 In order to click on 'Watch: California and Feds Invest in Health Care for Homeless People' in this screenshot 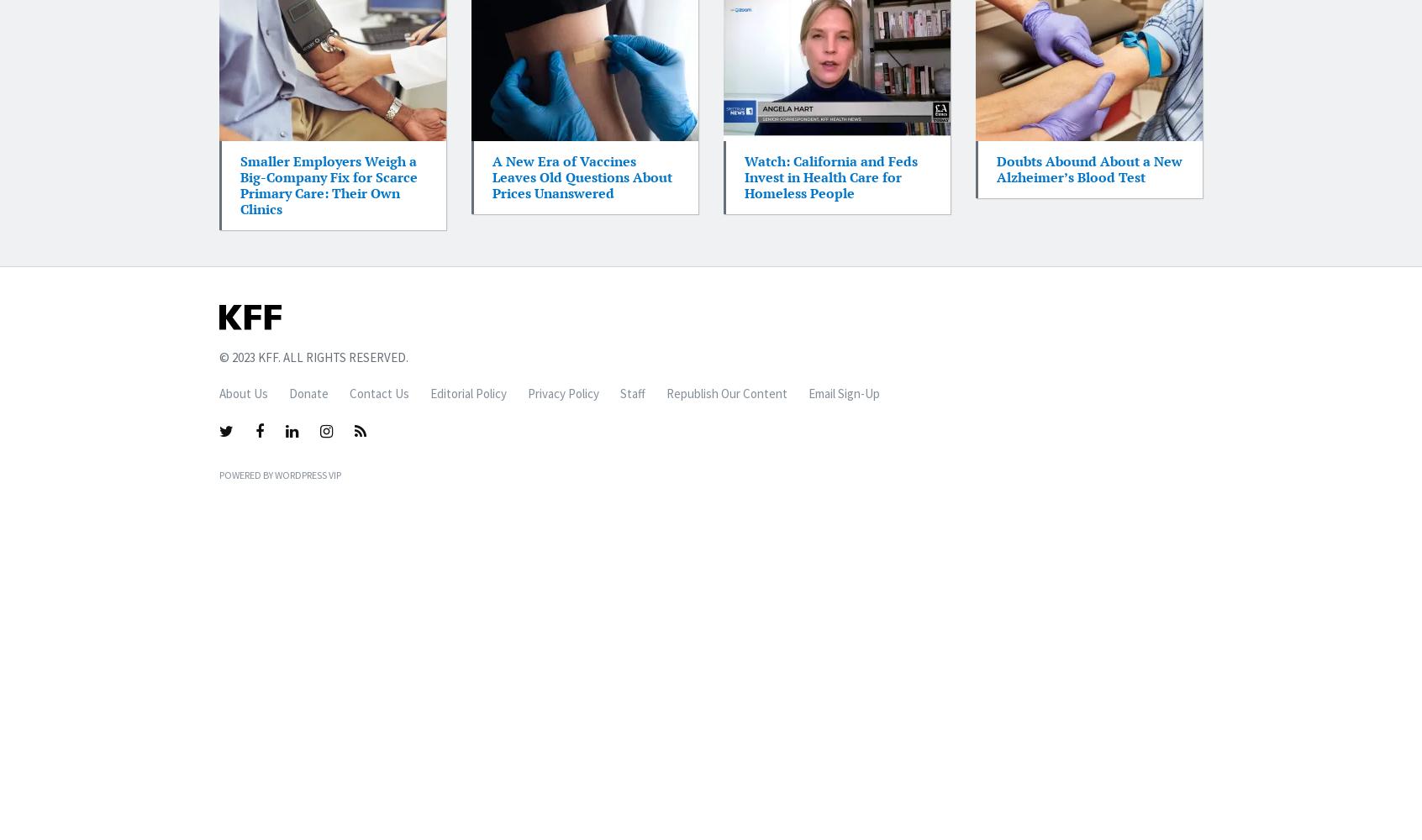, I will do `click(829, 176)`.